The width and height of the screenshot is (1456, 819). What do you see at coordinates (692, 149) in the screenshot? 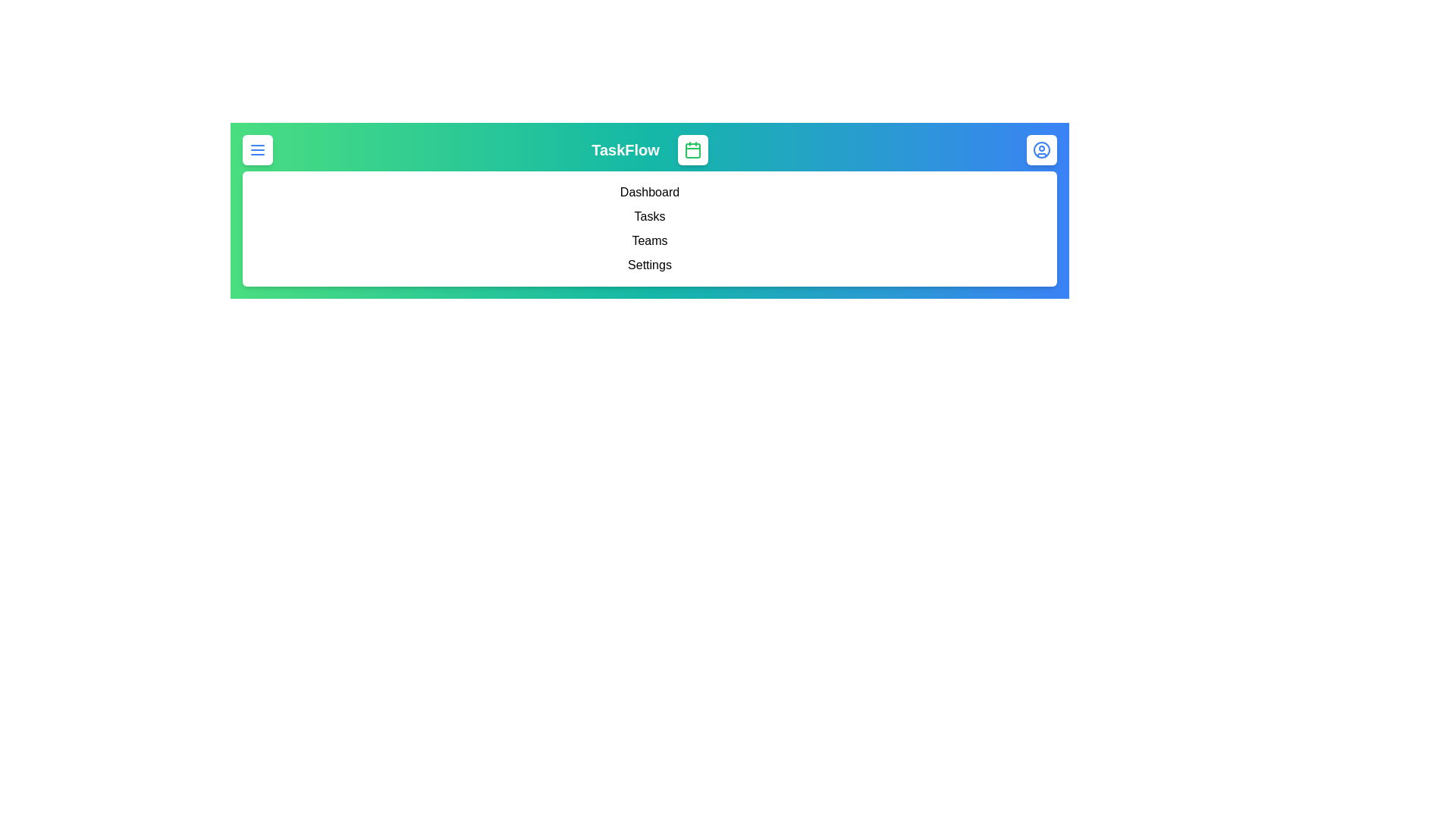
I see `the calendar button to open the date-related actions` at bounding box center [692, 149].